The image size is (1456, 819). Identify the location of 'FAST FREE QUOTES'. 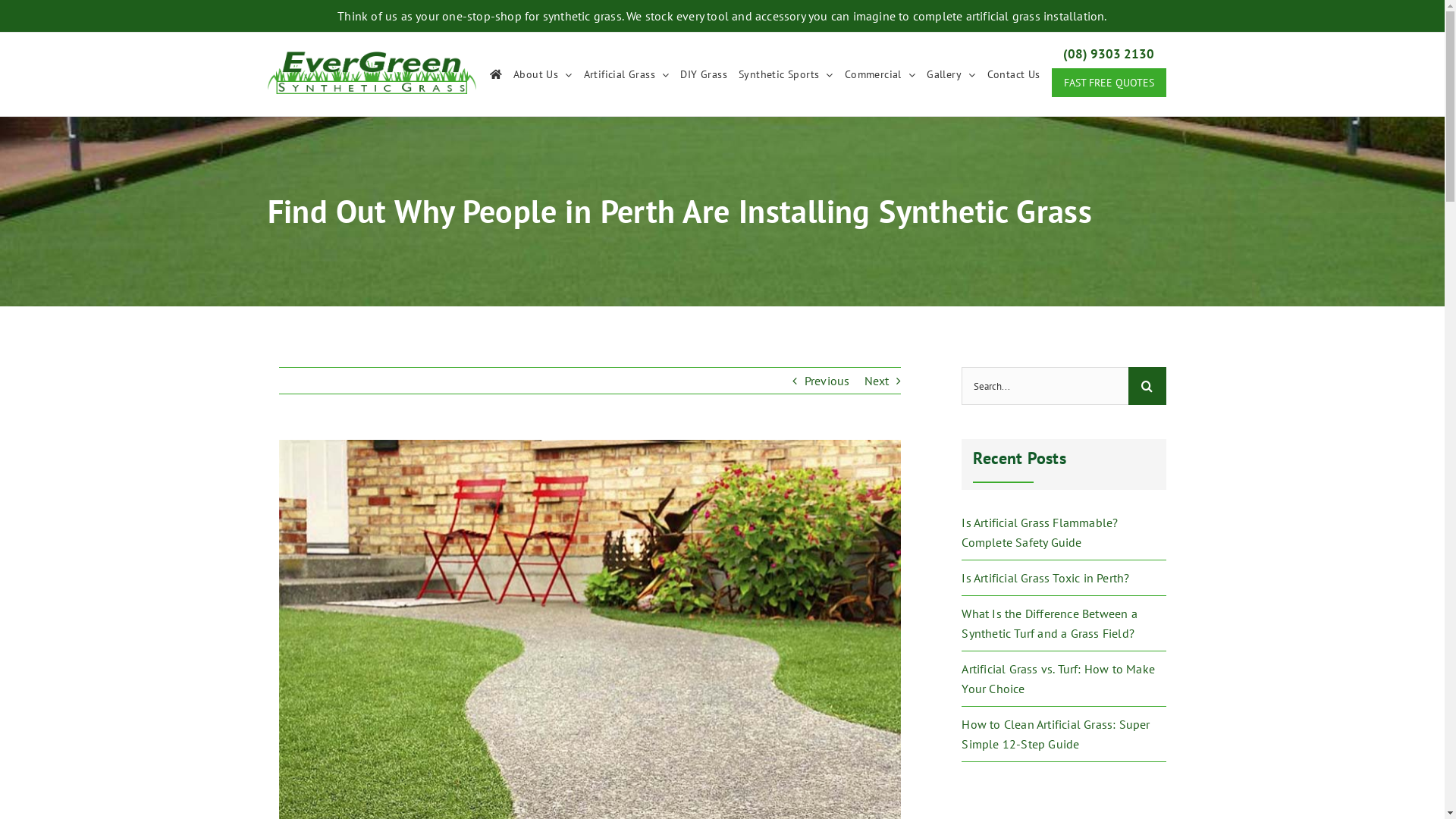
(1108, 82).